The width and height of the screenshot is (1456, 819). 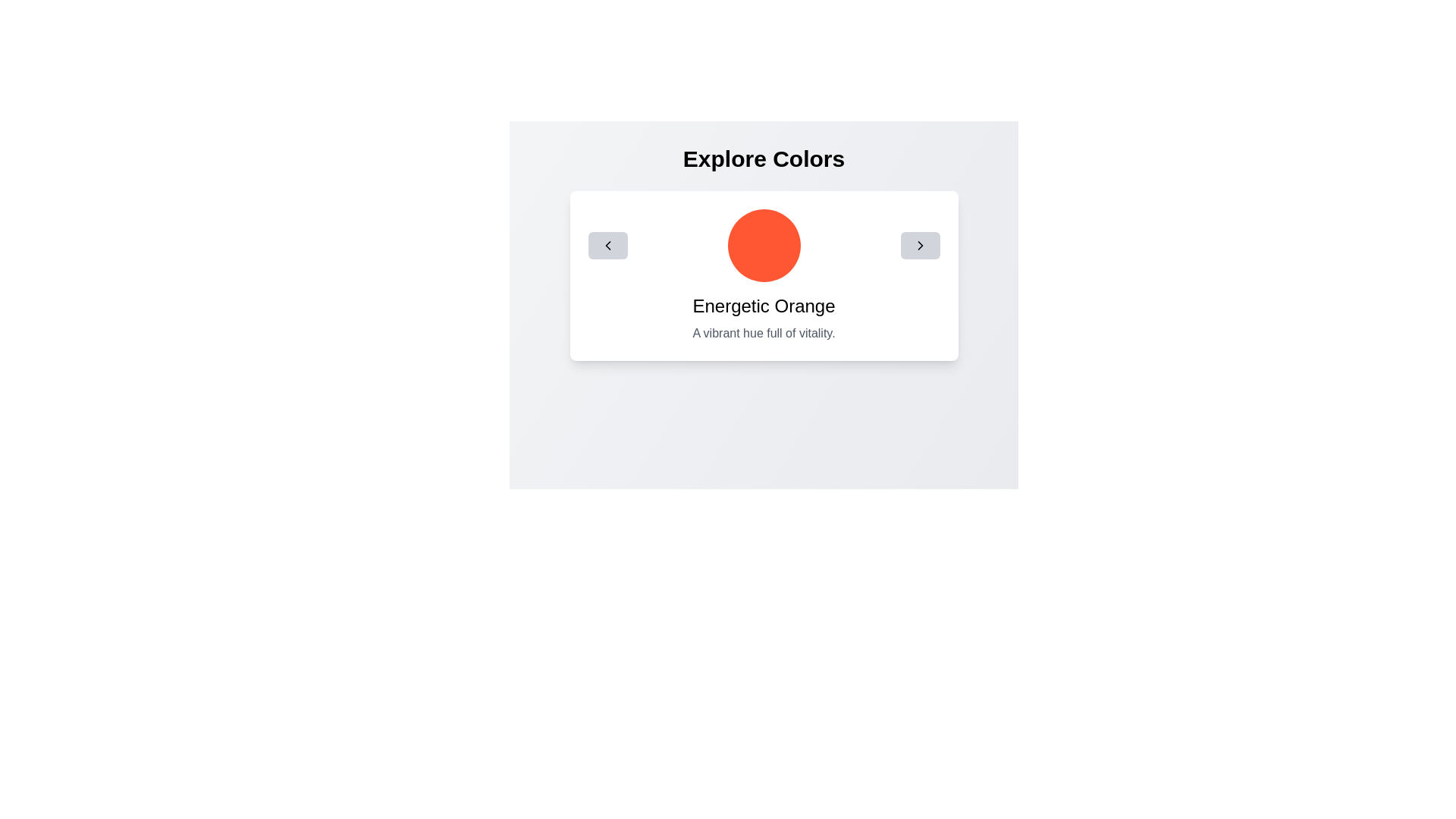 What do you see at coordinates (764, 306) in the screenshot?
I see `the Text label that identifies the color displayed above it, located below a circular orange graphic and above descriptive text` at bounding box center [764, 306].